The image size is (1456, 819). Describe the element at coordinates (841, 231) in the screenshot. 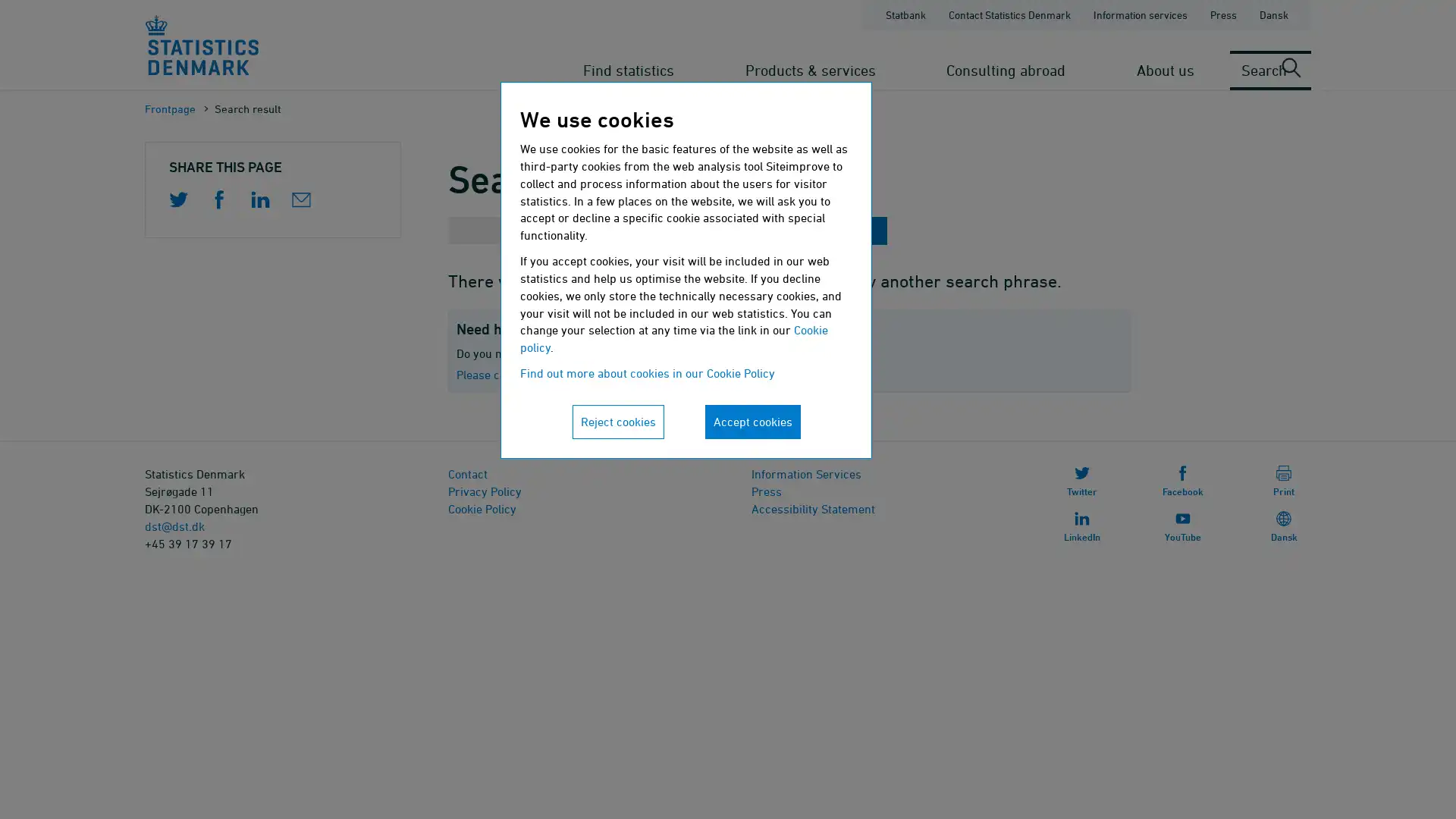

I see `Search` at that location.